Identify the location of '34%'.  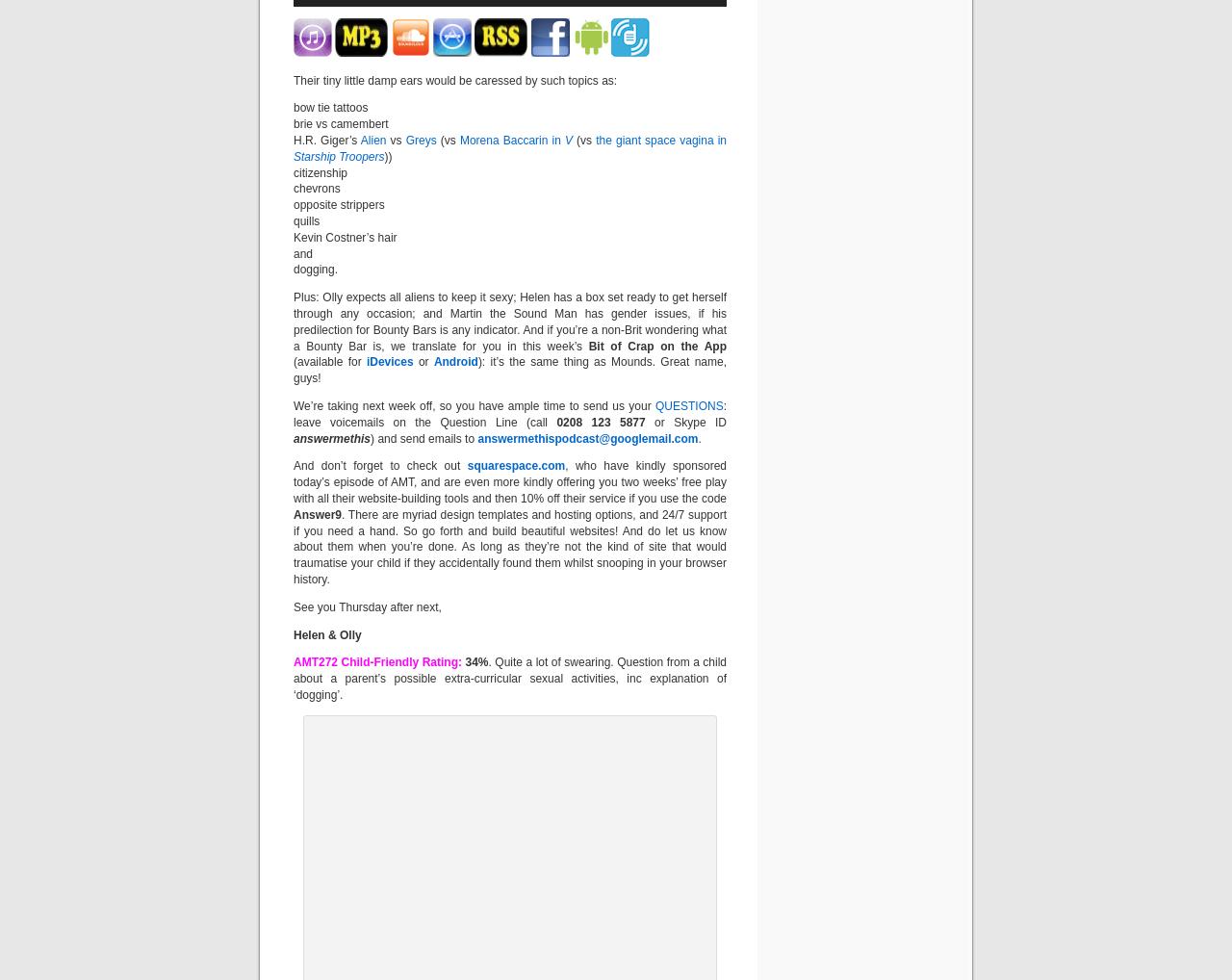
(475, 661).